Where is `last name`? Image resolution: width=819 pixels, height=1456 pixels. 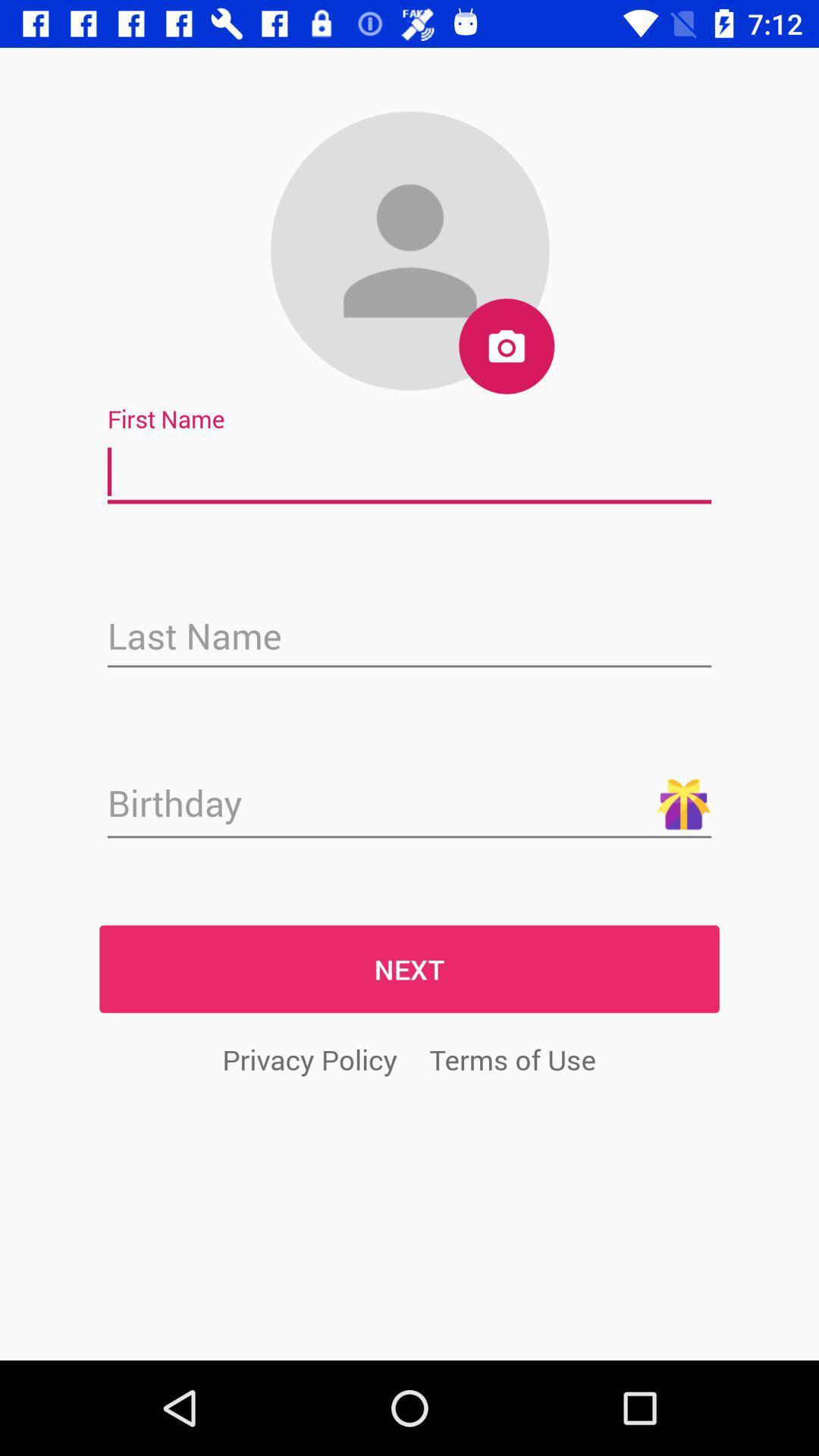
last name is located at coordinates (409, 638).